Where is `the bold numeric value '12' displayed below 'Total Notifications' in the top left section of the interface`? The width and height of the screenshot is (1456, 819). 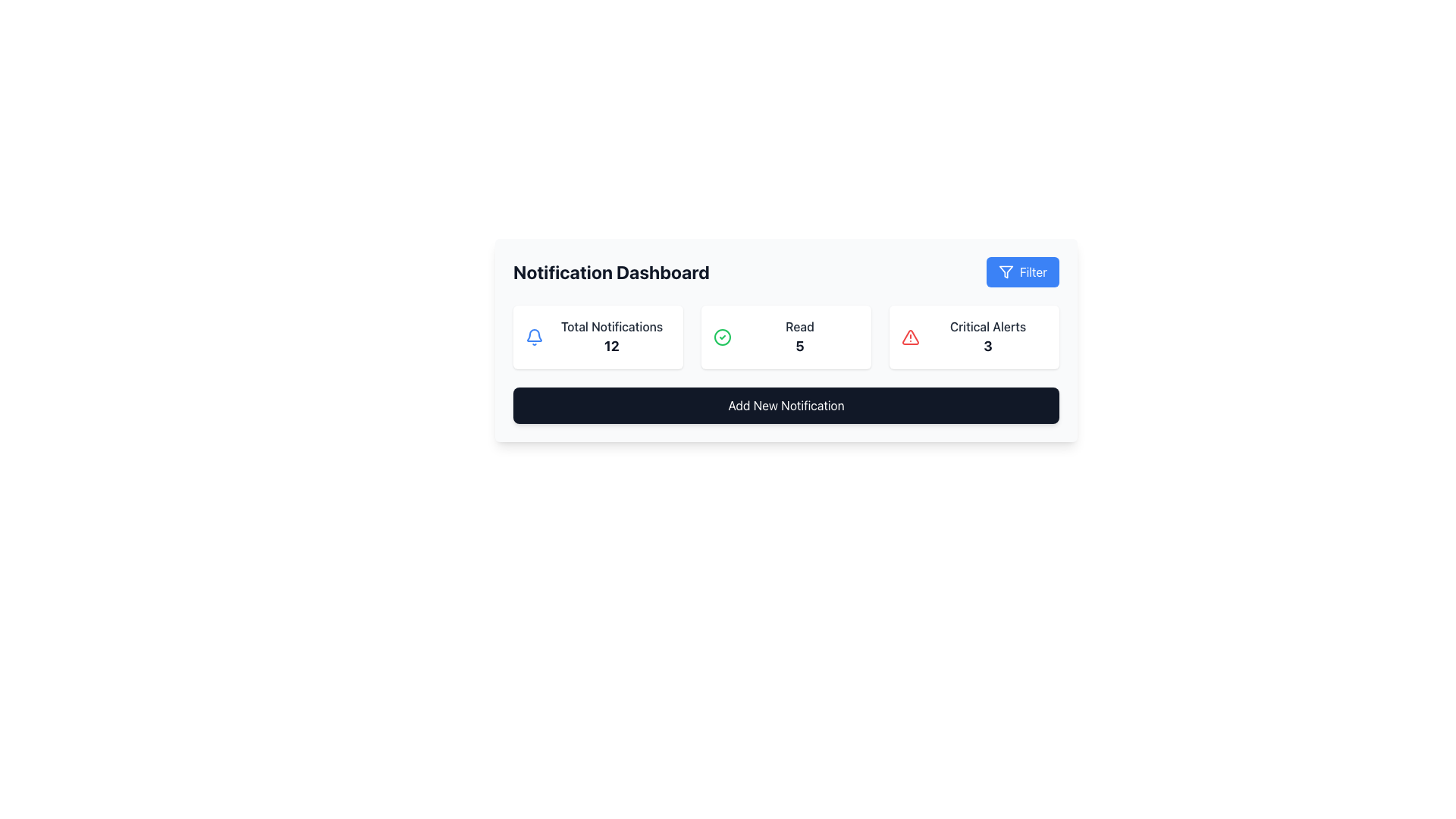
the bold numeric value '12' displayed below 'Total Notifications' in the top left section of the interface is located at coordinates (611, 346).